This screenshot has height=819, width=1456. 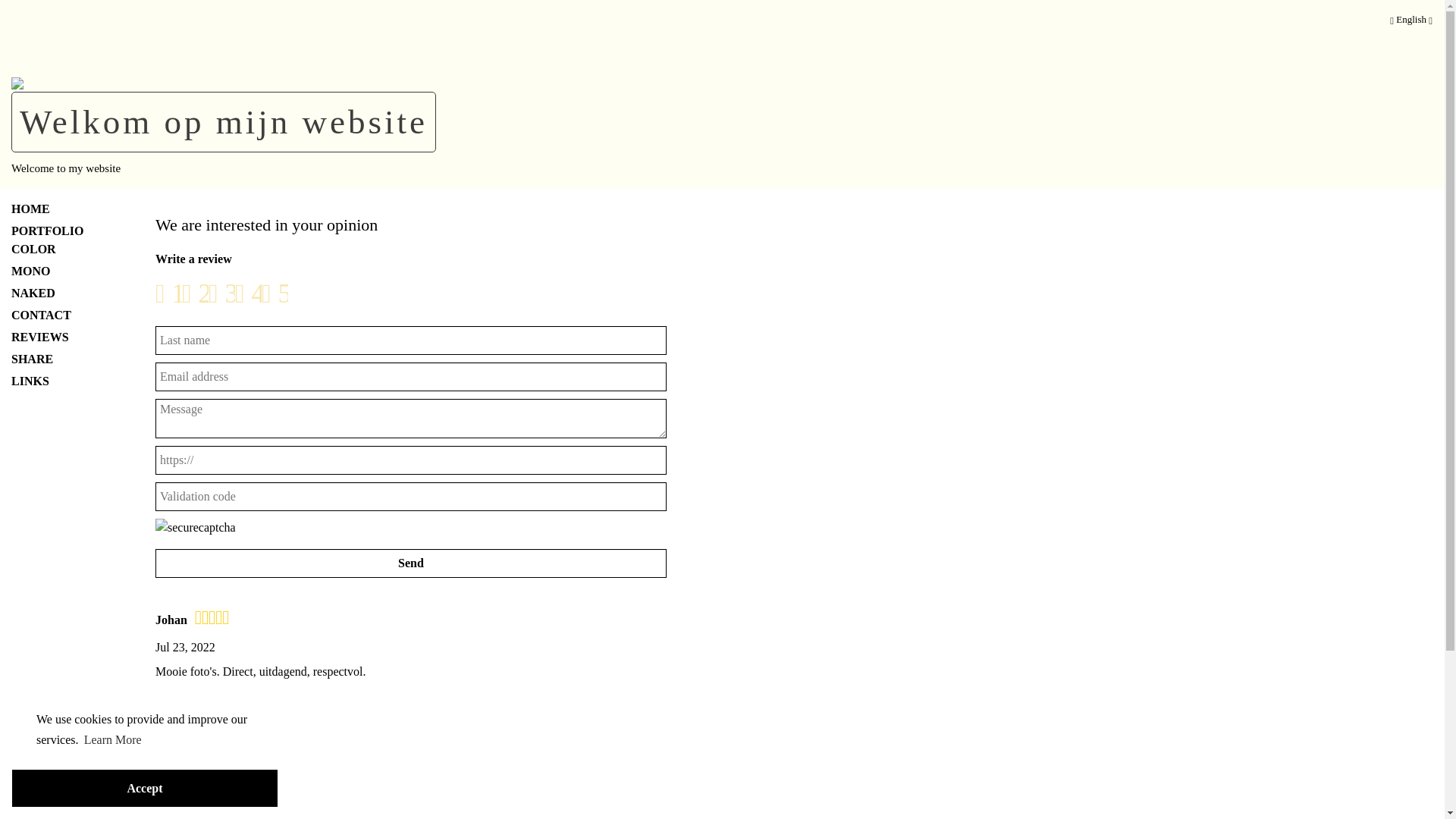 What do you see at coordinates (61, 209) in the screenshot?
I see `'HOME'` at bounding box center [61, 209].